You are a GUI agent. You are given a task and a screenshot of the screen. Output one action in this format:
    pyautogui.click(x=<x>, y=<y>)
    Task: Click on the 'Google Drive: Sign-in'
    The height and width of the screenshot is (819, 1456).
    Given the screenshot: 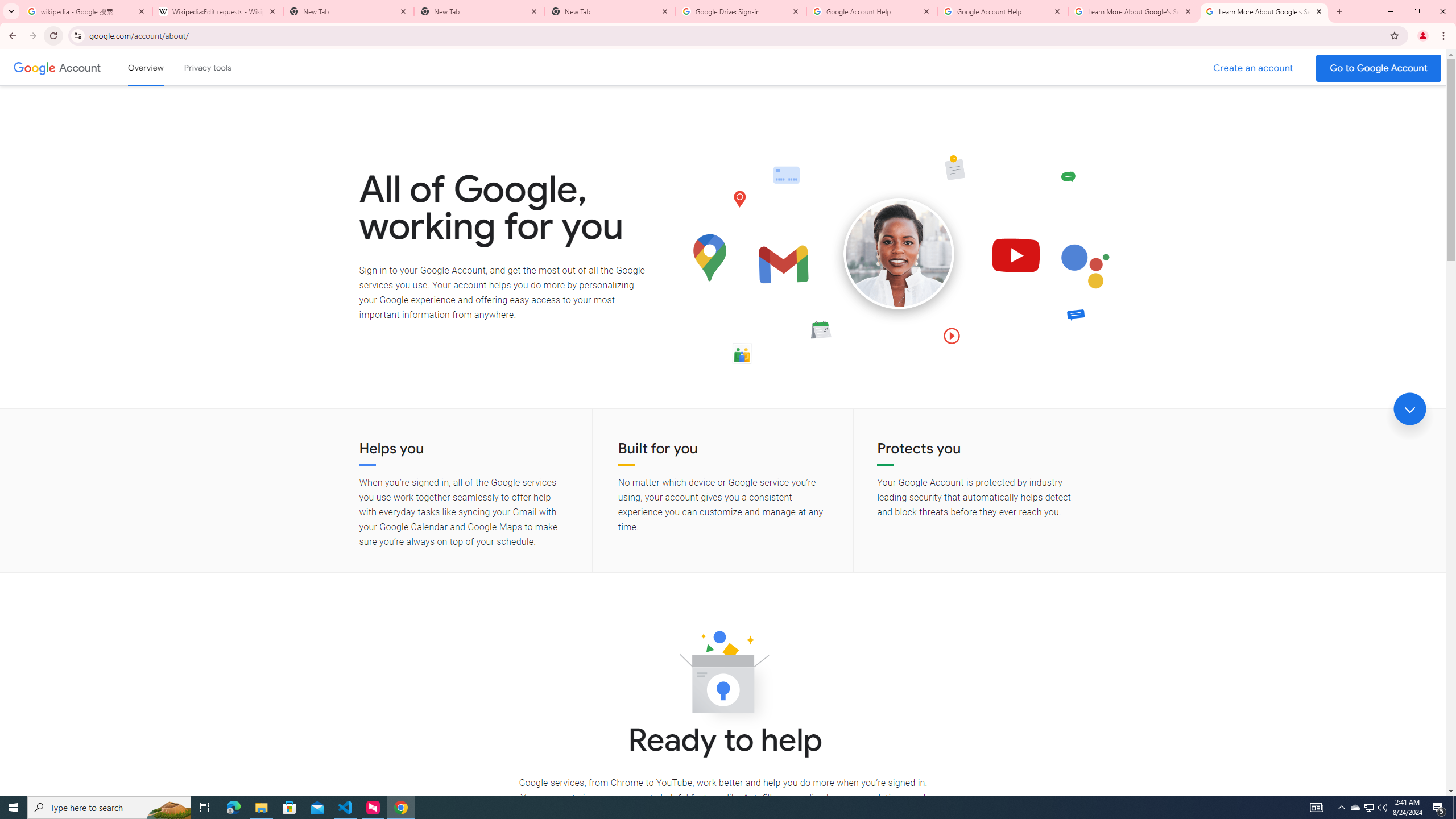 What is the action you would take?
    pyautogui.click(x=741, y=11)
    